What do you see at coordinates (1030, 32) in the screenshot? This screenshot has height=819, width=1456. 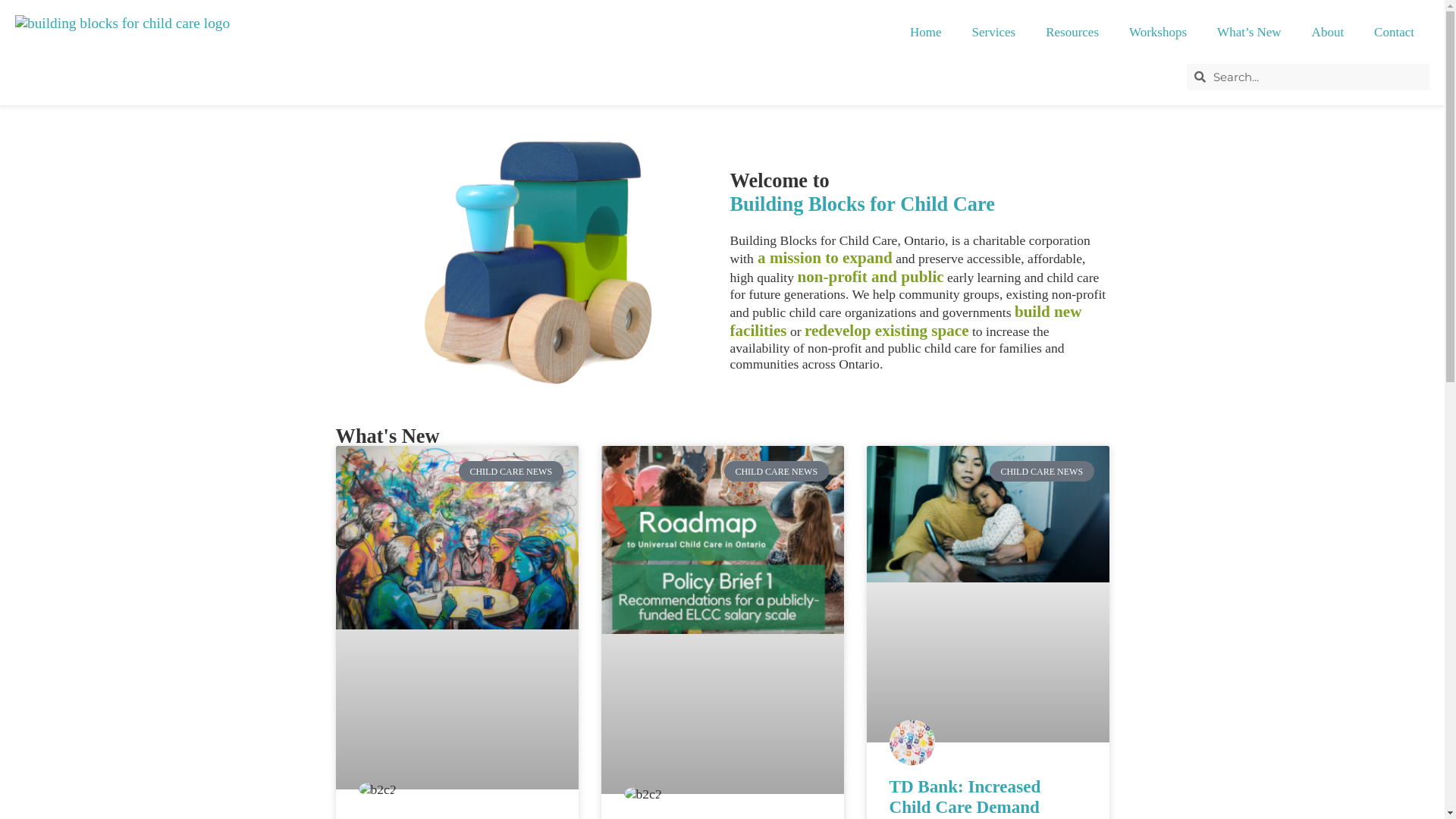 I see `'Resources'` at bounding box center [1030, 32].